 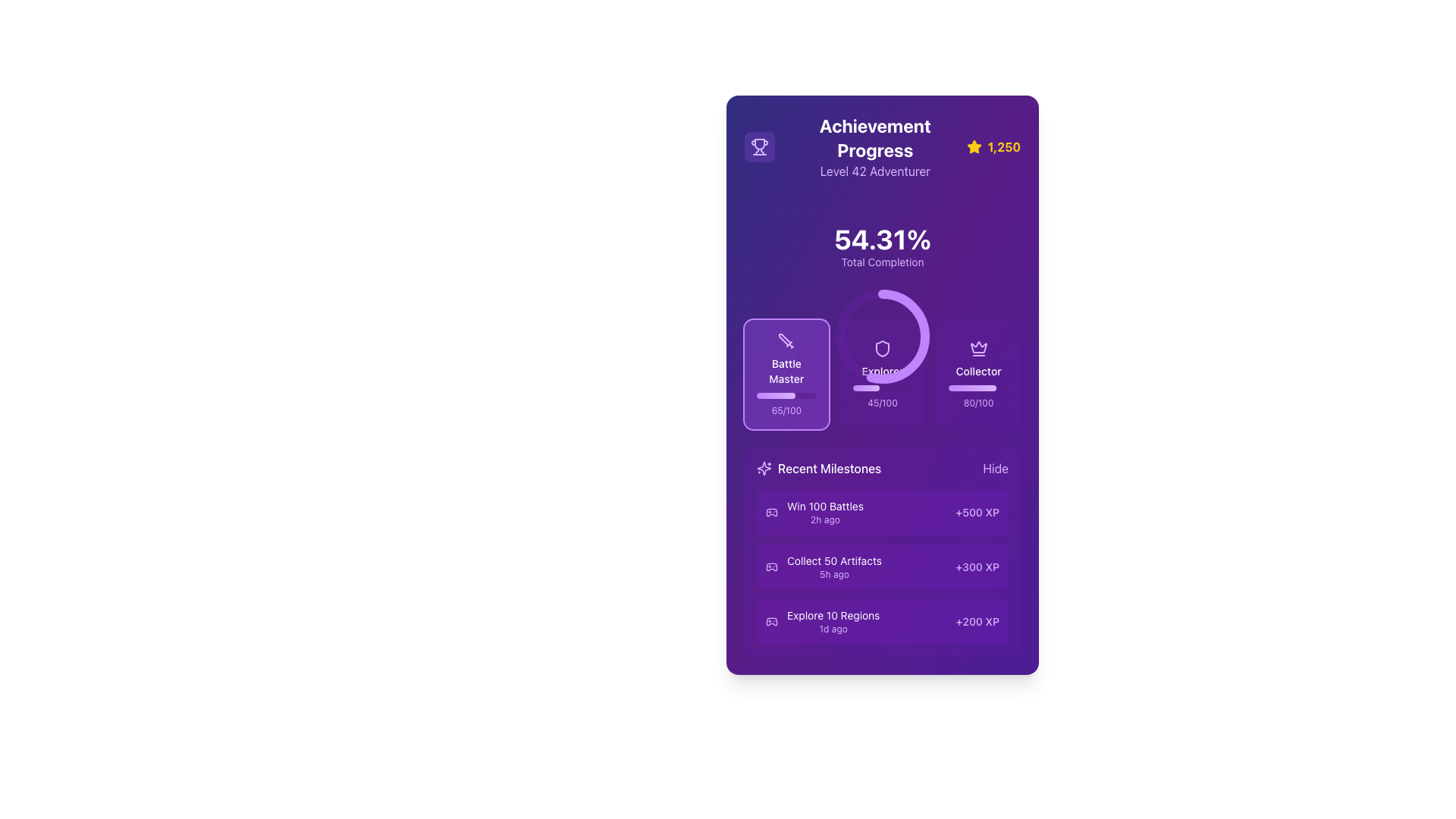 What do you see at coordinates (978, 388) in the screenshot?
I see `the progress bar located centrally within the 'Collector' card, which is positioned below the label 'Collector' and above the numerical value '80/100'` at bounding box center [978, 388].